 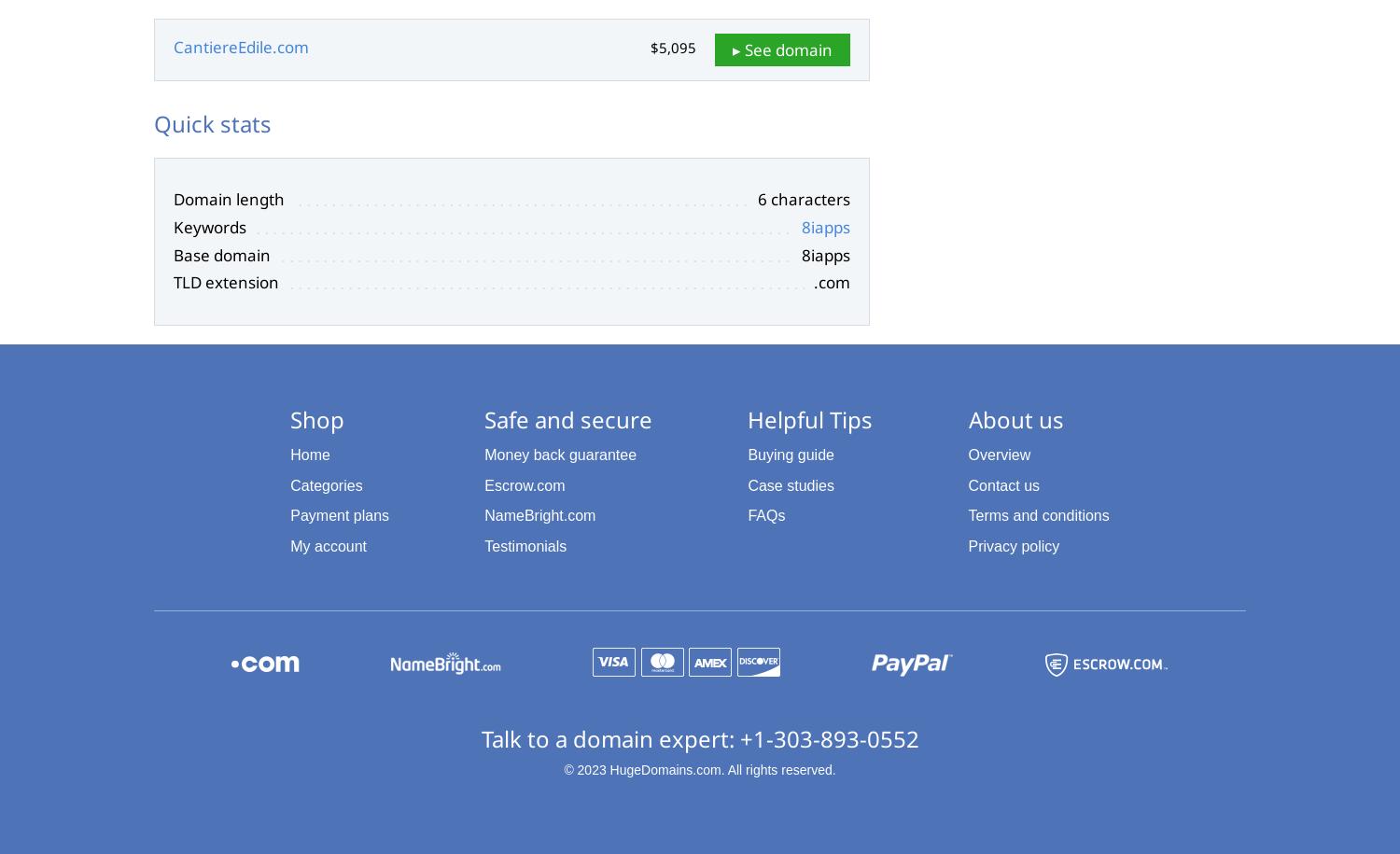 What do you see at coordinates (316, 418) in the screenshot?
I see `'Shop'` at bounding box center [316, 418].